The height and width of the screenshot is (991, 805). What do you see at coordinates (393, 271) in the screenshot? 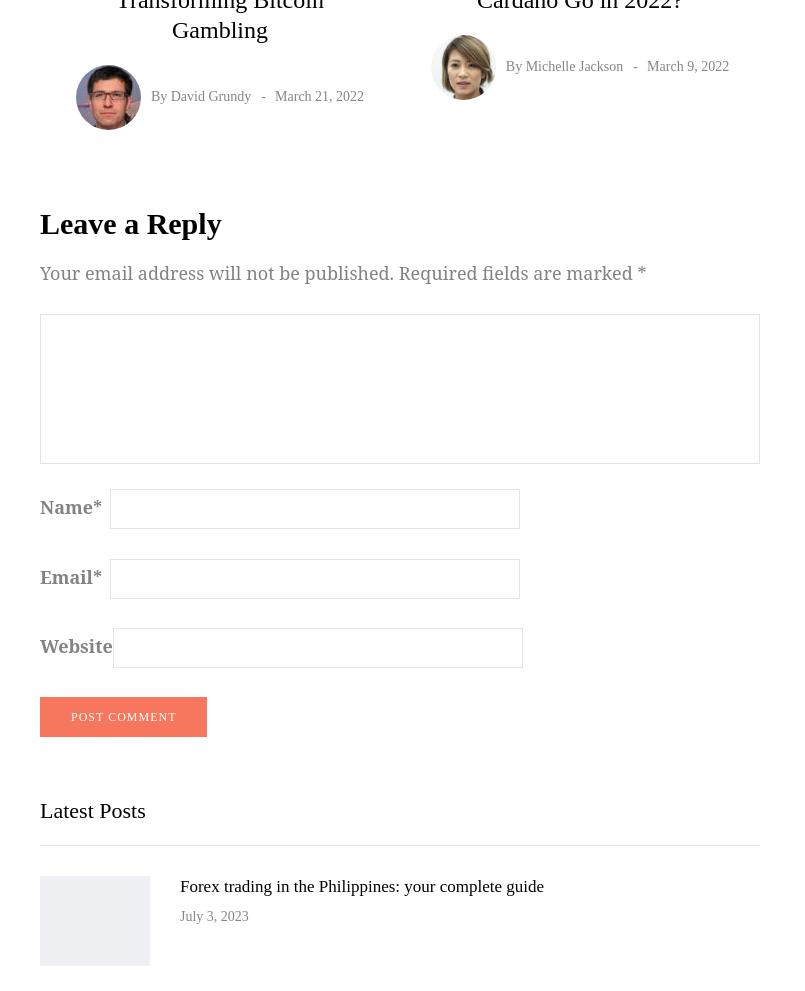
I see `'Required fields are marked'` at bounding box center [393, 271].